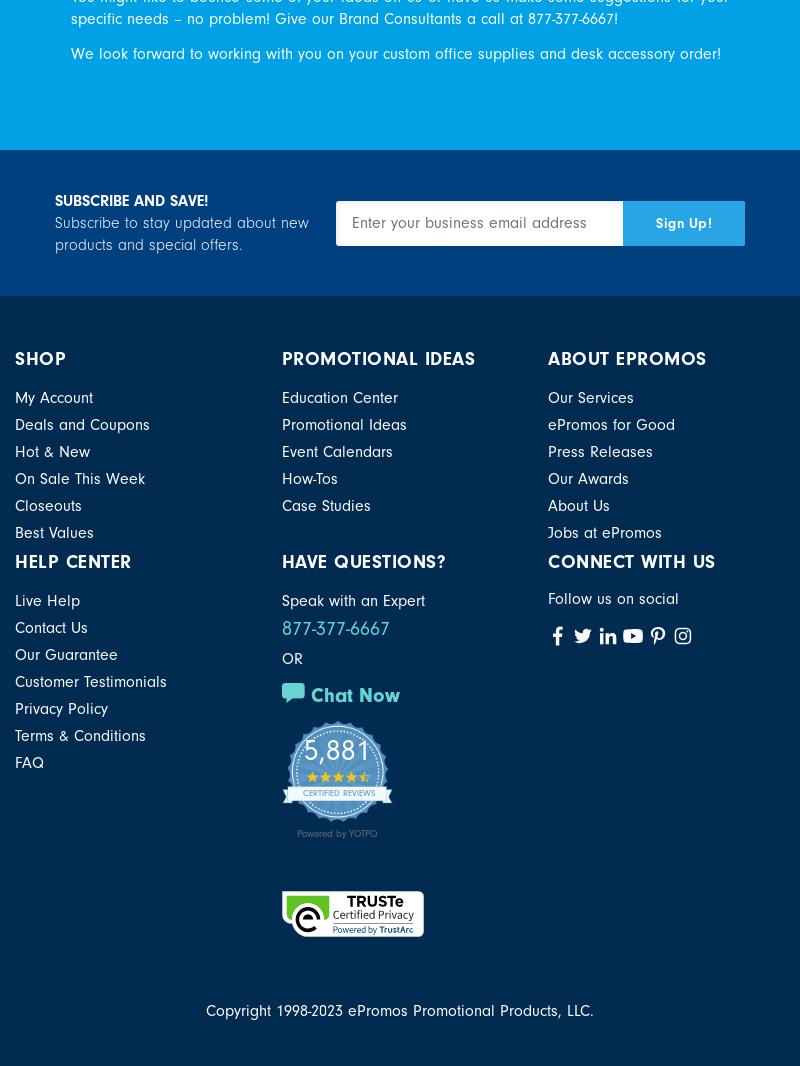 The height and width of the screenshot is (1066, 800). Describe the element at coordinates (352, 600) in the screenshot. I see `'Speak with an Expert'` at that location.